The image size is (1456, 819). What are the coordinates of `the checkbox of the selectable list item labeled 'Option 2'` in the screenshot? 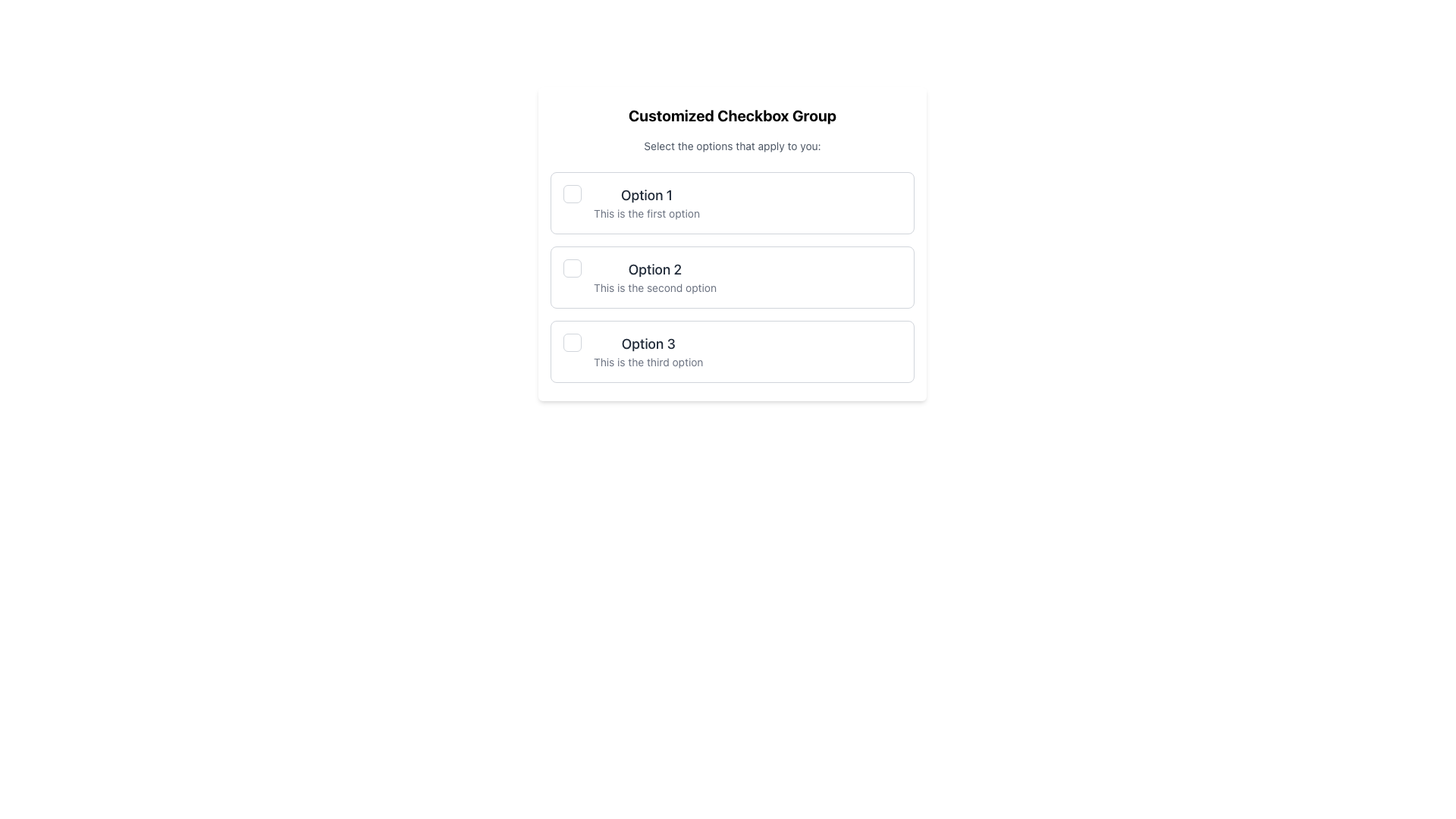 It's located at (732, 278).